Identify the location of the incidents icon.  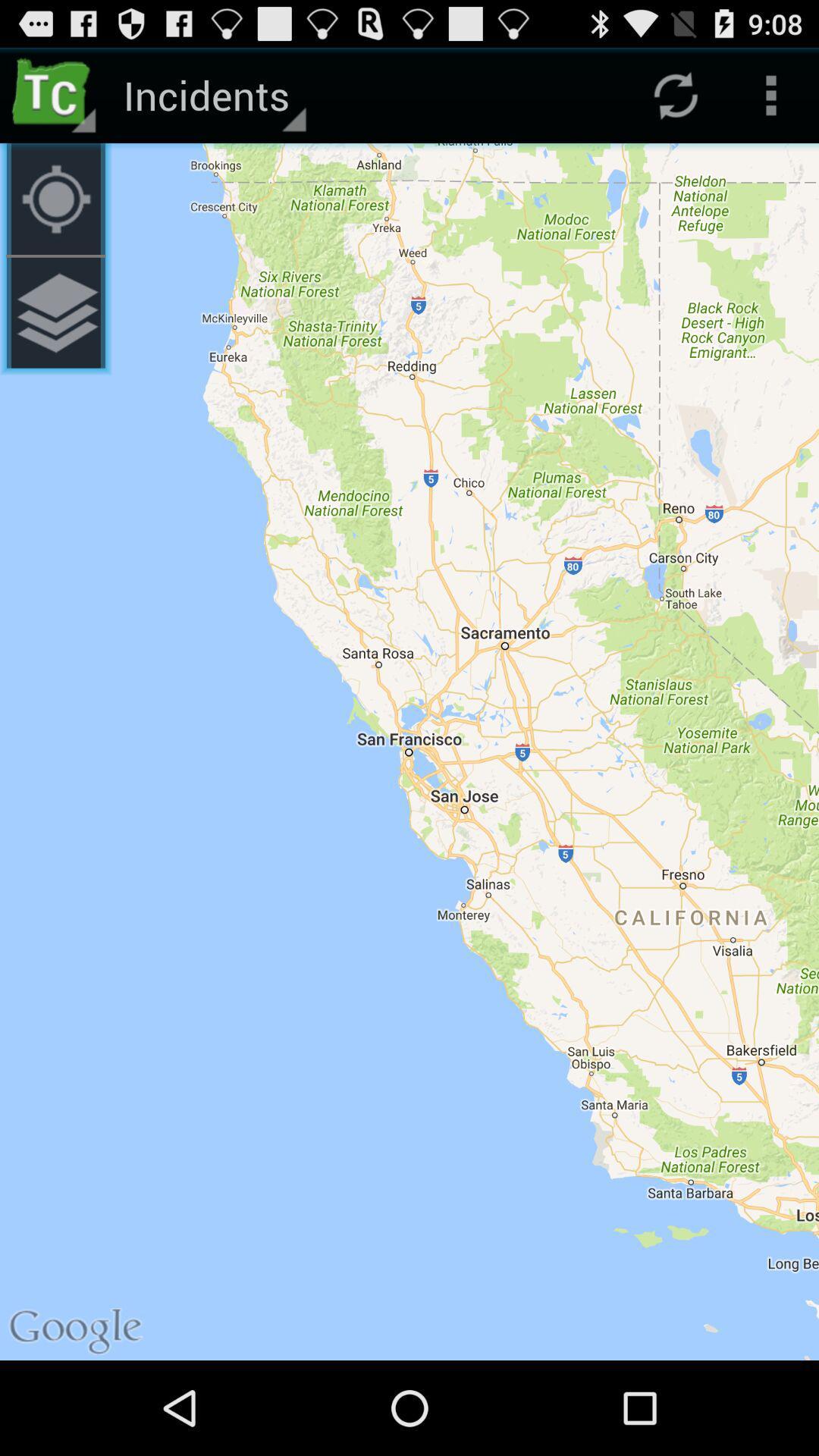
(212, 94).